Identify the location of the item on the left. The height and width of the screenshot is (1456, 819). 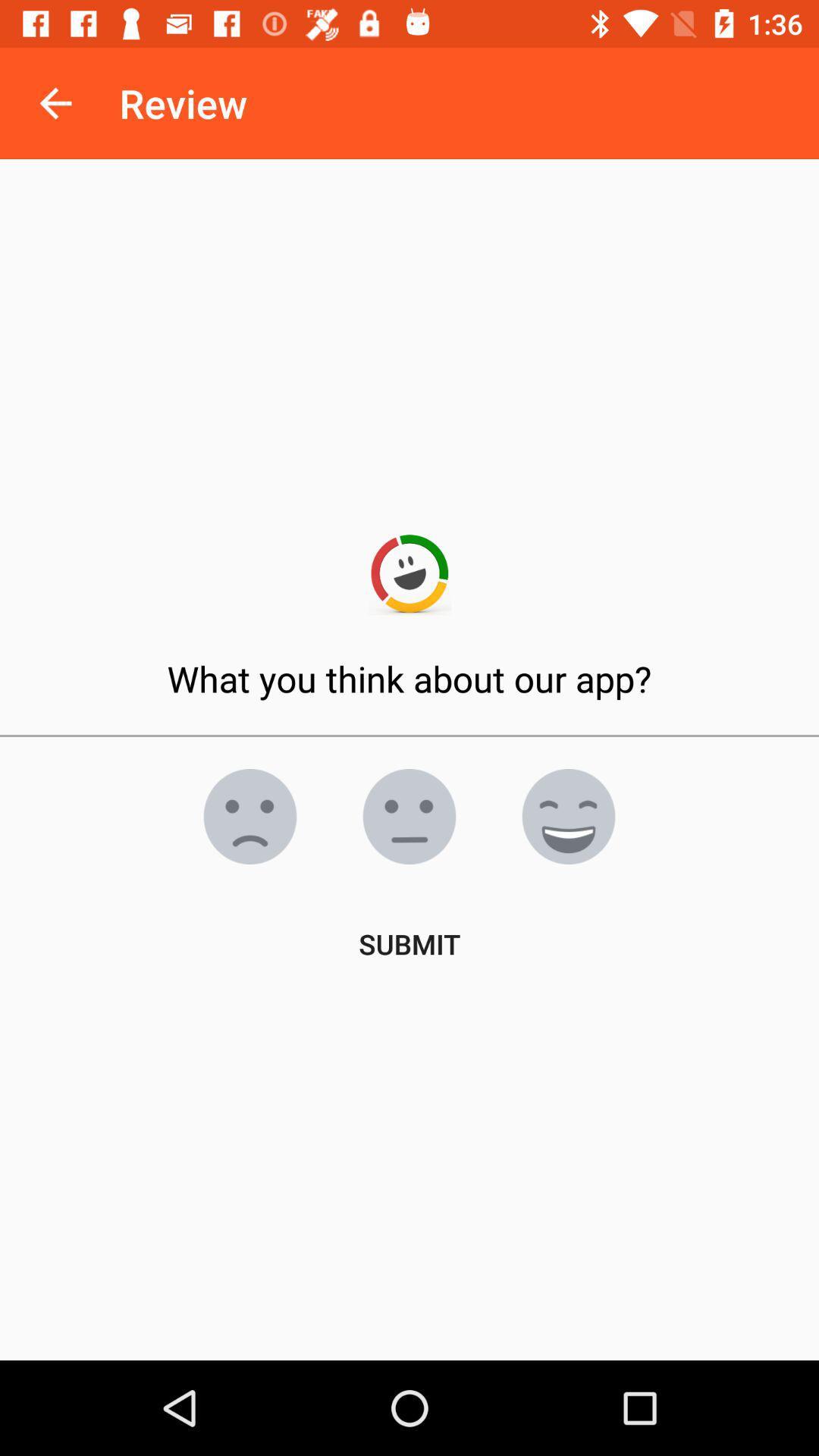
(249, 815).